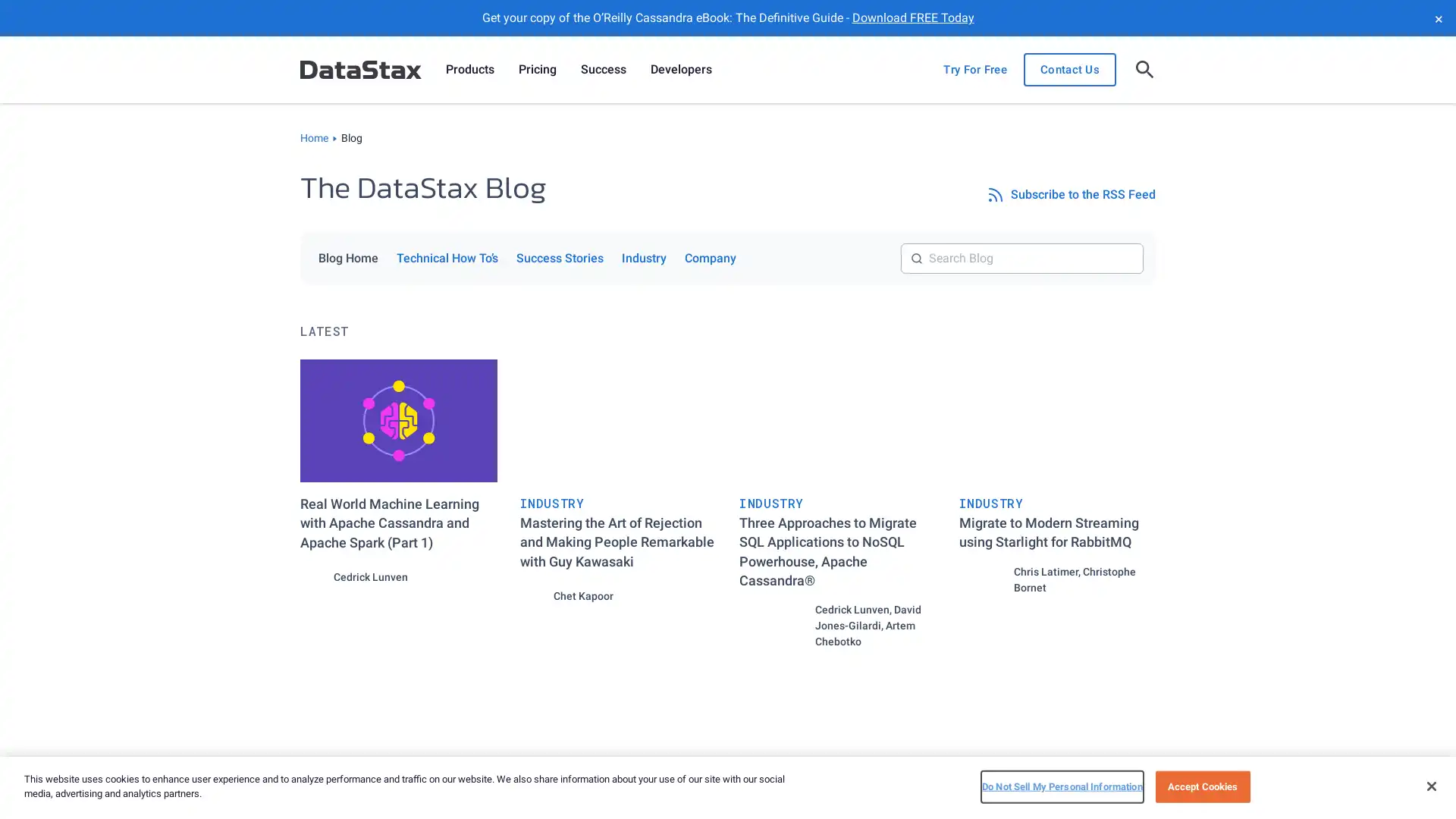 This screenshot has height=819, width=1456. What do you see at coordinates (1201, 786) in the screenshot?
I see `Accept Cookies` at bounding box center [1201, 786].